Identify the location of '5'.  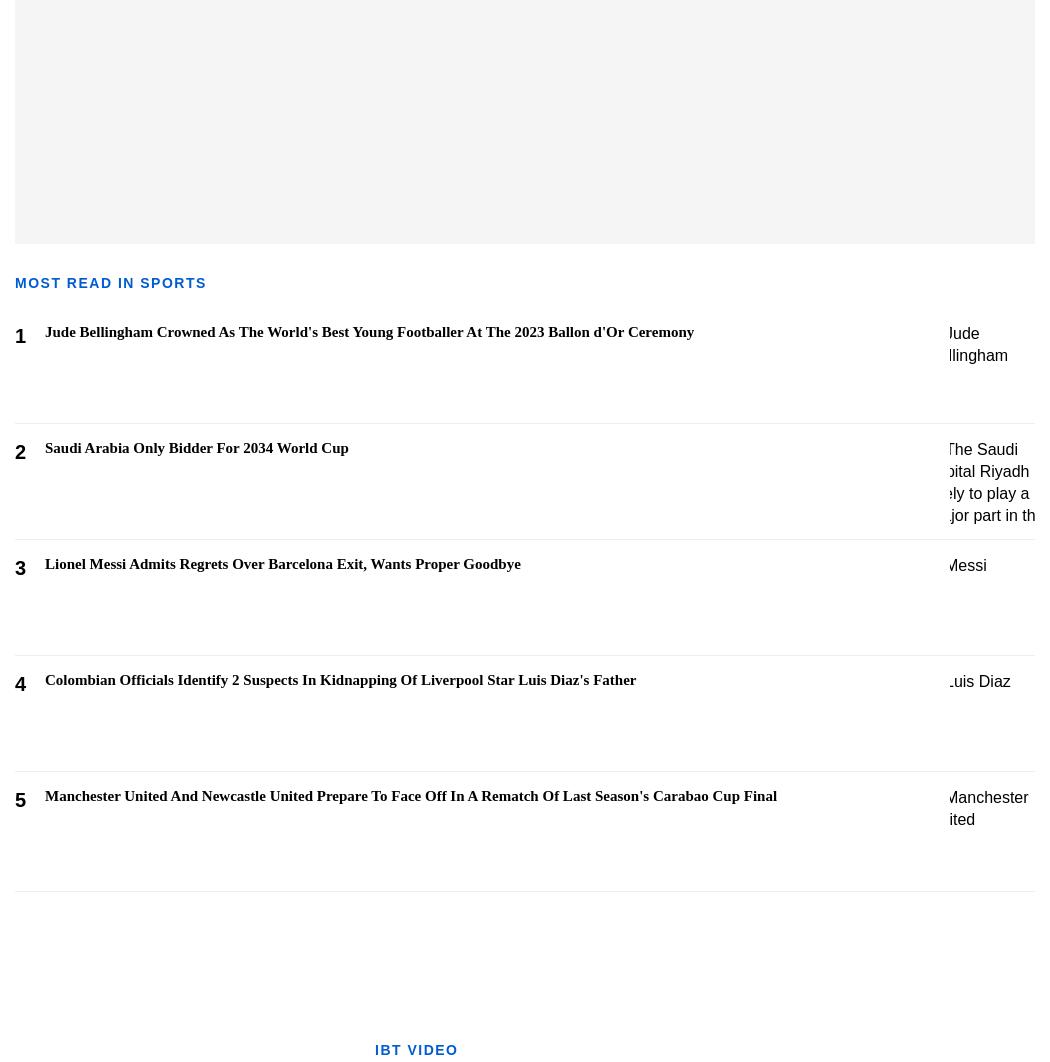
(20, 799).